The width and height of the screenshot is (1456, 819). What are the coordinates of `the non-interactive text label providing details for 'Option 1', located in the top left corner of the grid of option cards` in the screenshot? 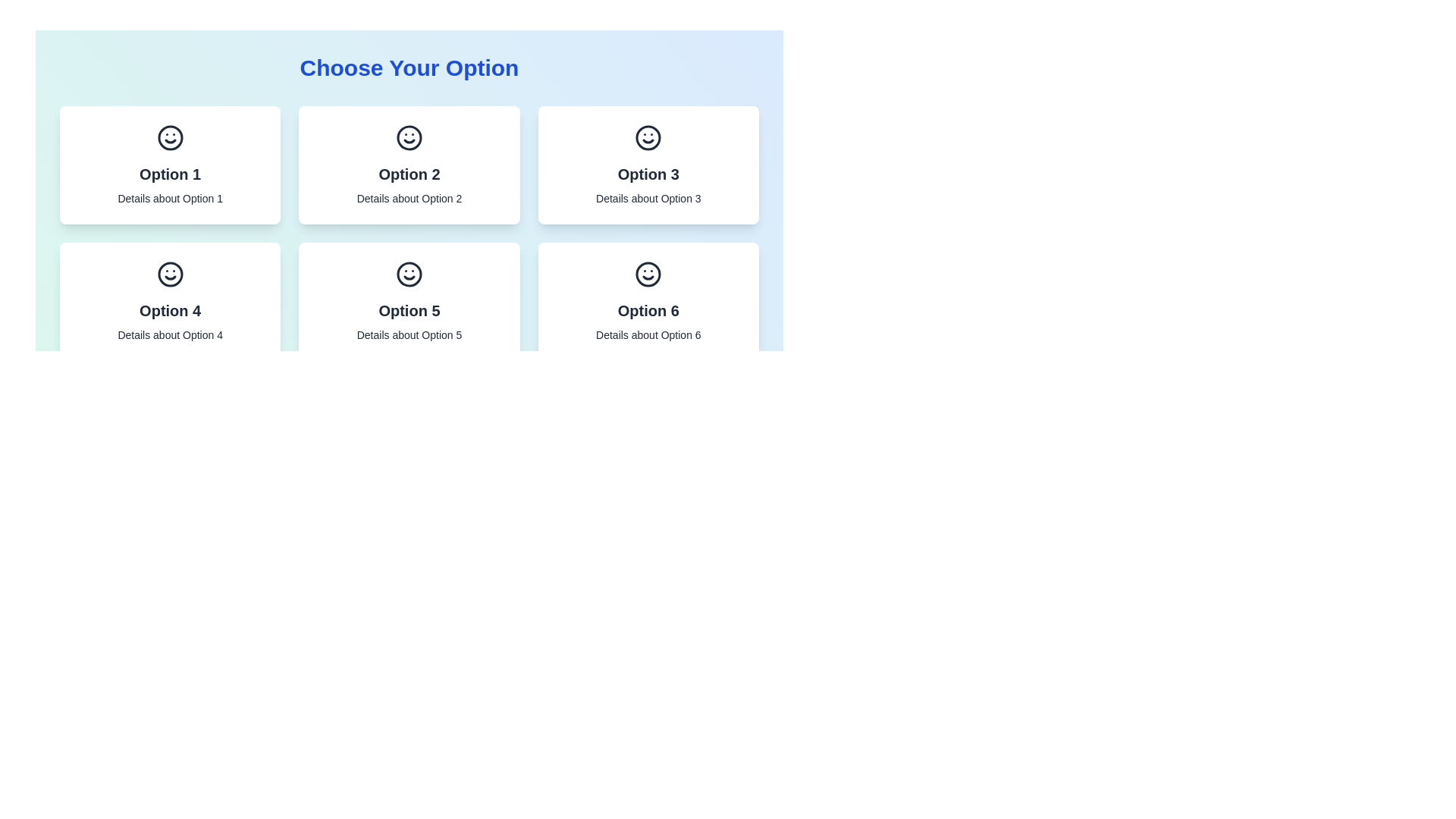 It's located at (170, 198).